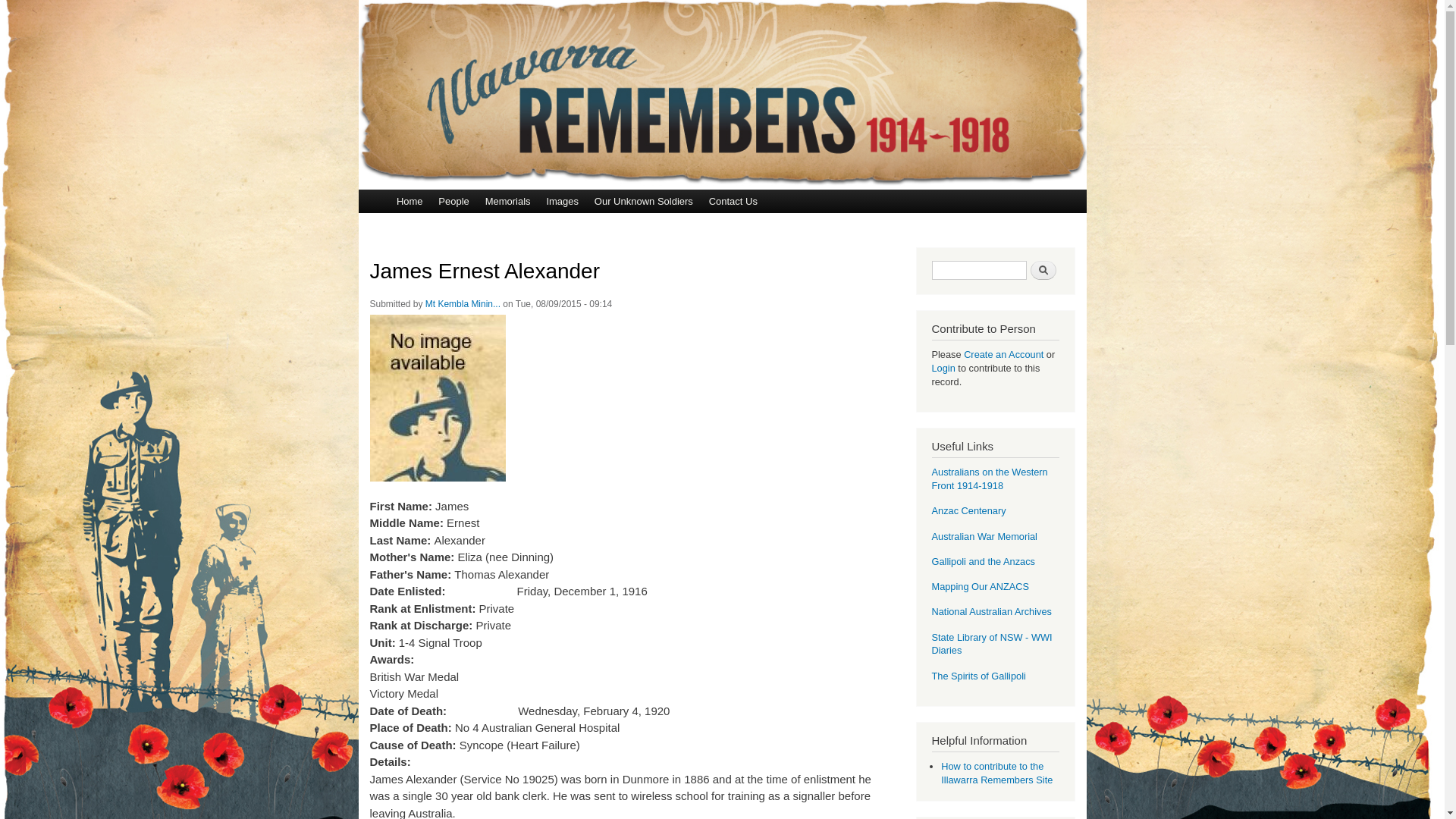  Describe the element at coordinates (978, 675) in the screenshot. I see `'The Spirits of Gallipoli'` at that location.